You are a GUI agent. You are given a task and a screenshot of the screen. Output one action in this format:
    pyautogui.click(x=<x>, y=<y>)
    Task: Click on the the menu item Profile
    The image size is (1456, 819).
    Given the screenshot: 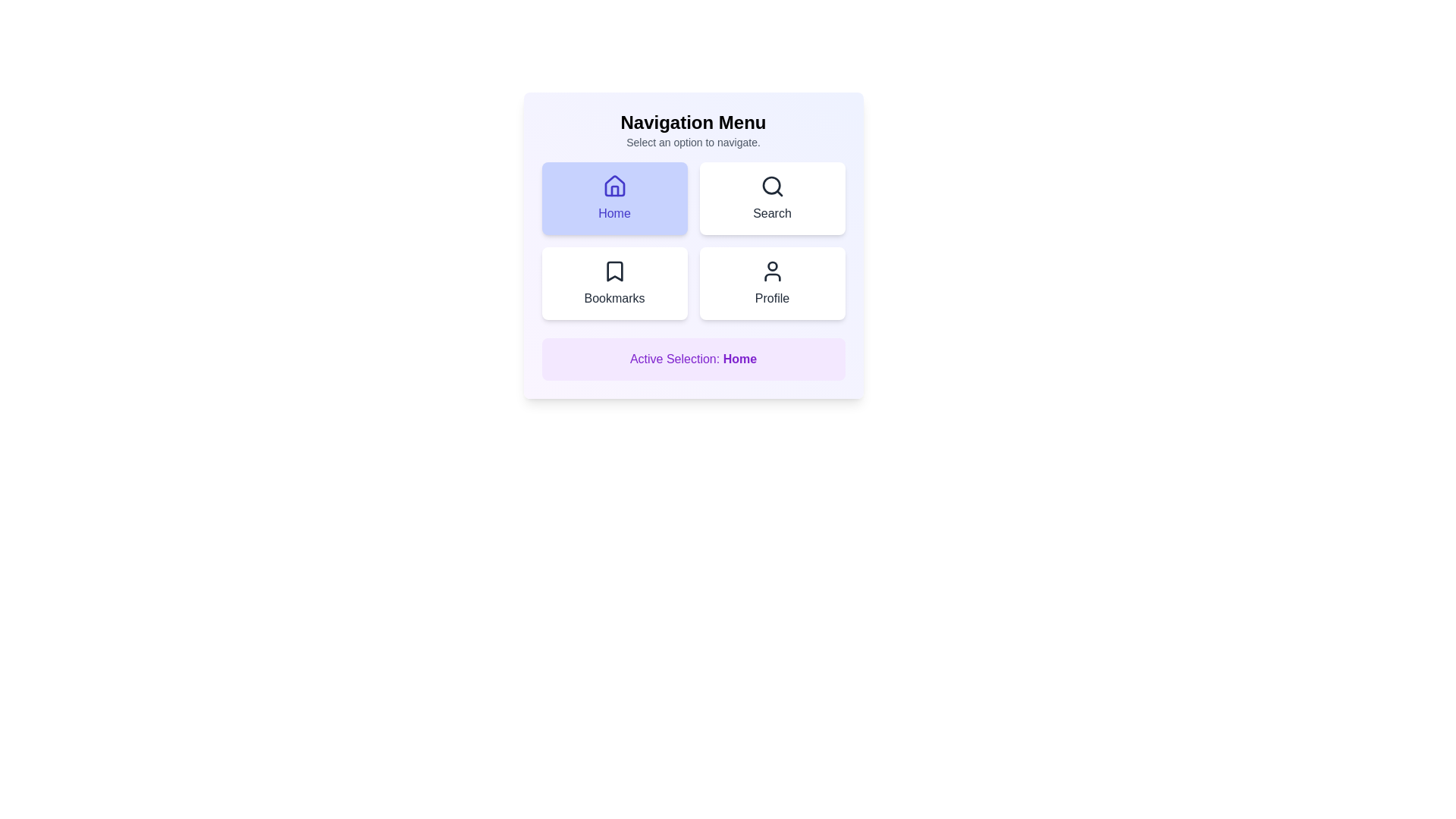 What is the action you would take?
    pyautogui.click(x=772, y=284)
    